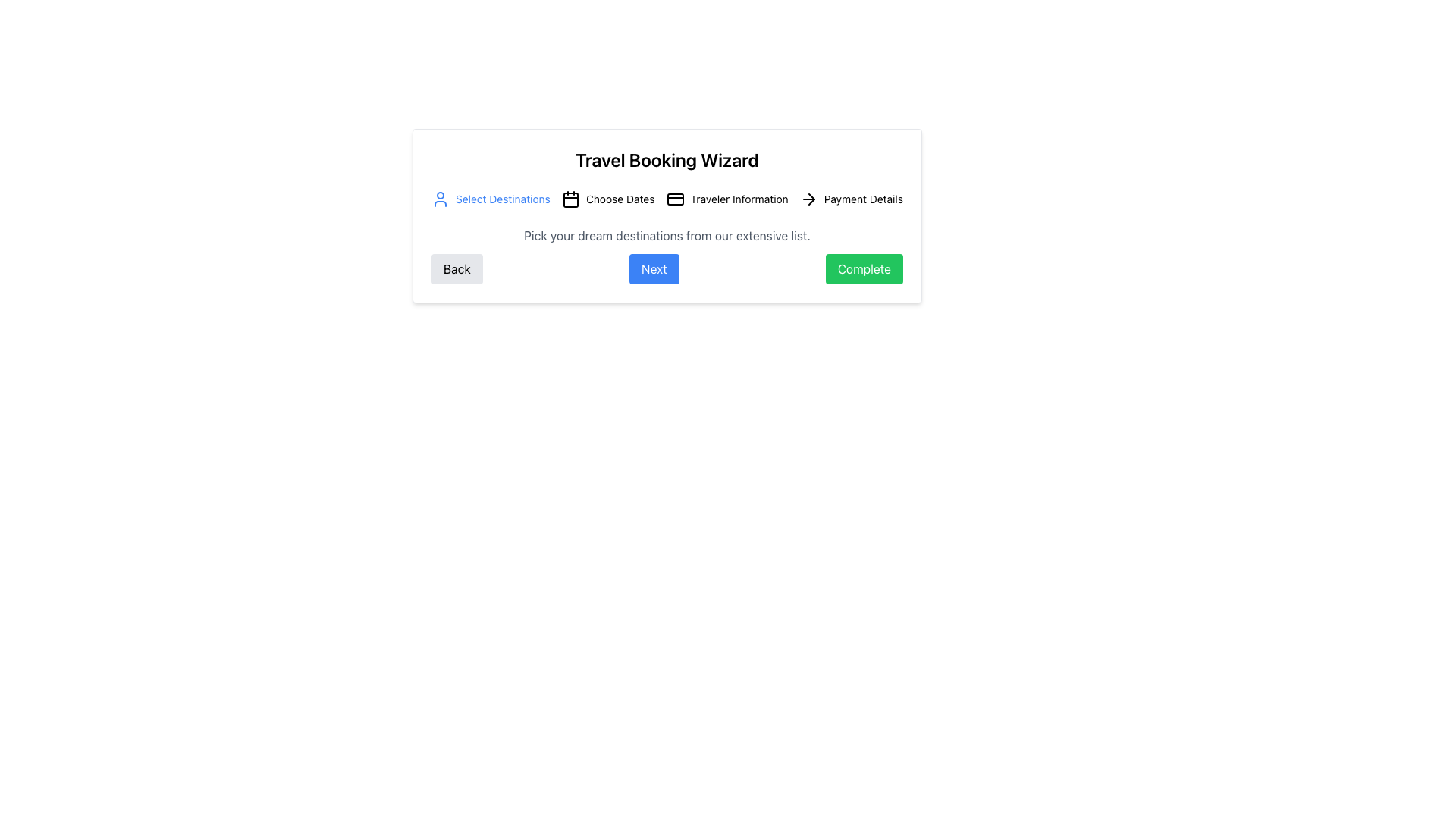  I want to click on the second button in a row of three buttons located centrally between the 'Back' and 'Complete' buttons, so click(654, 268).